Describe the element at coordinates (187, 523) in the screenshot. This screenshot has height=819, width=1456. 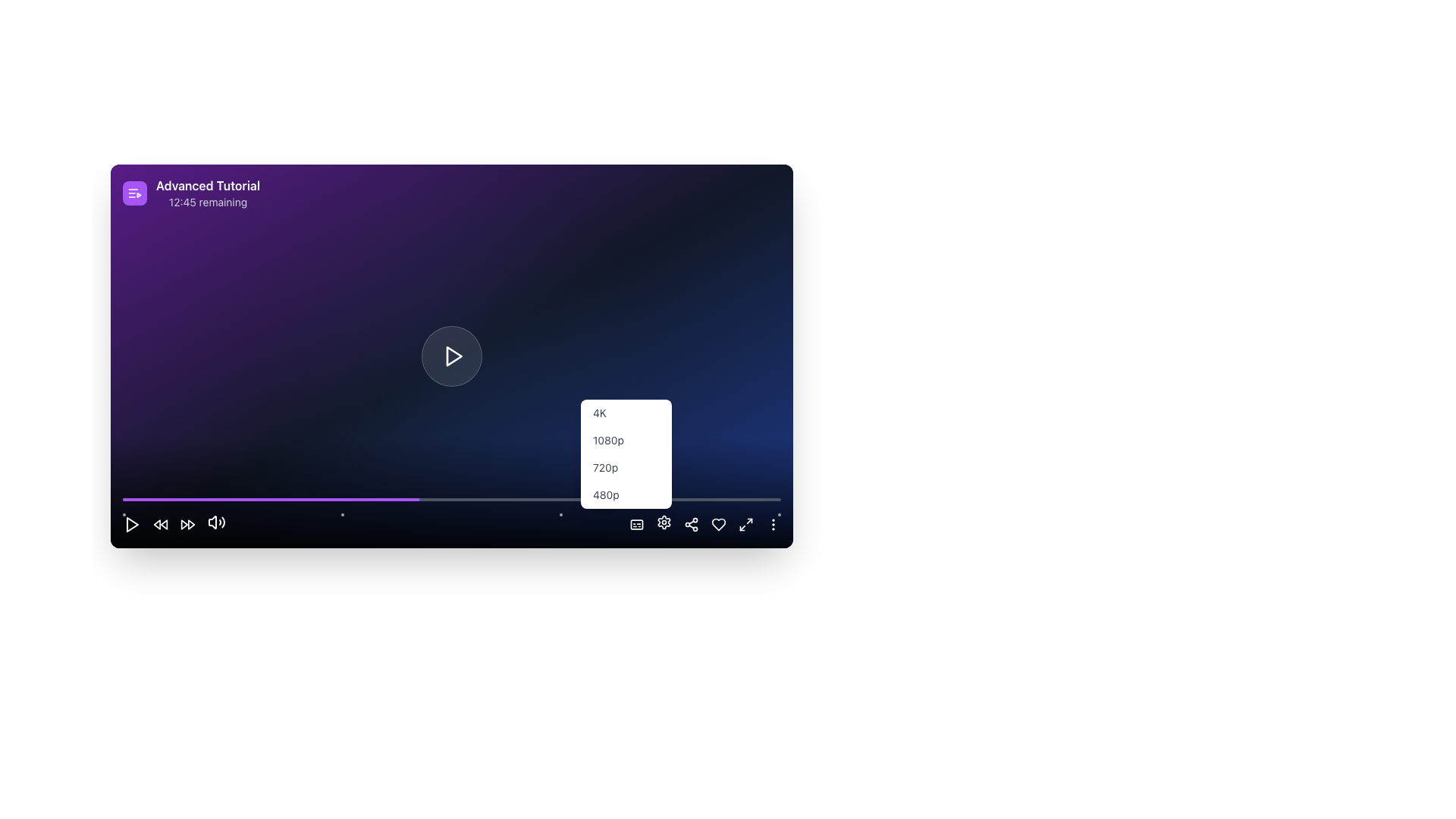
I see `the skip forward button, which is the third interactive control in the group at the bottom left corner of the video player` at that location.